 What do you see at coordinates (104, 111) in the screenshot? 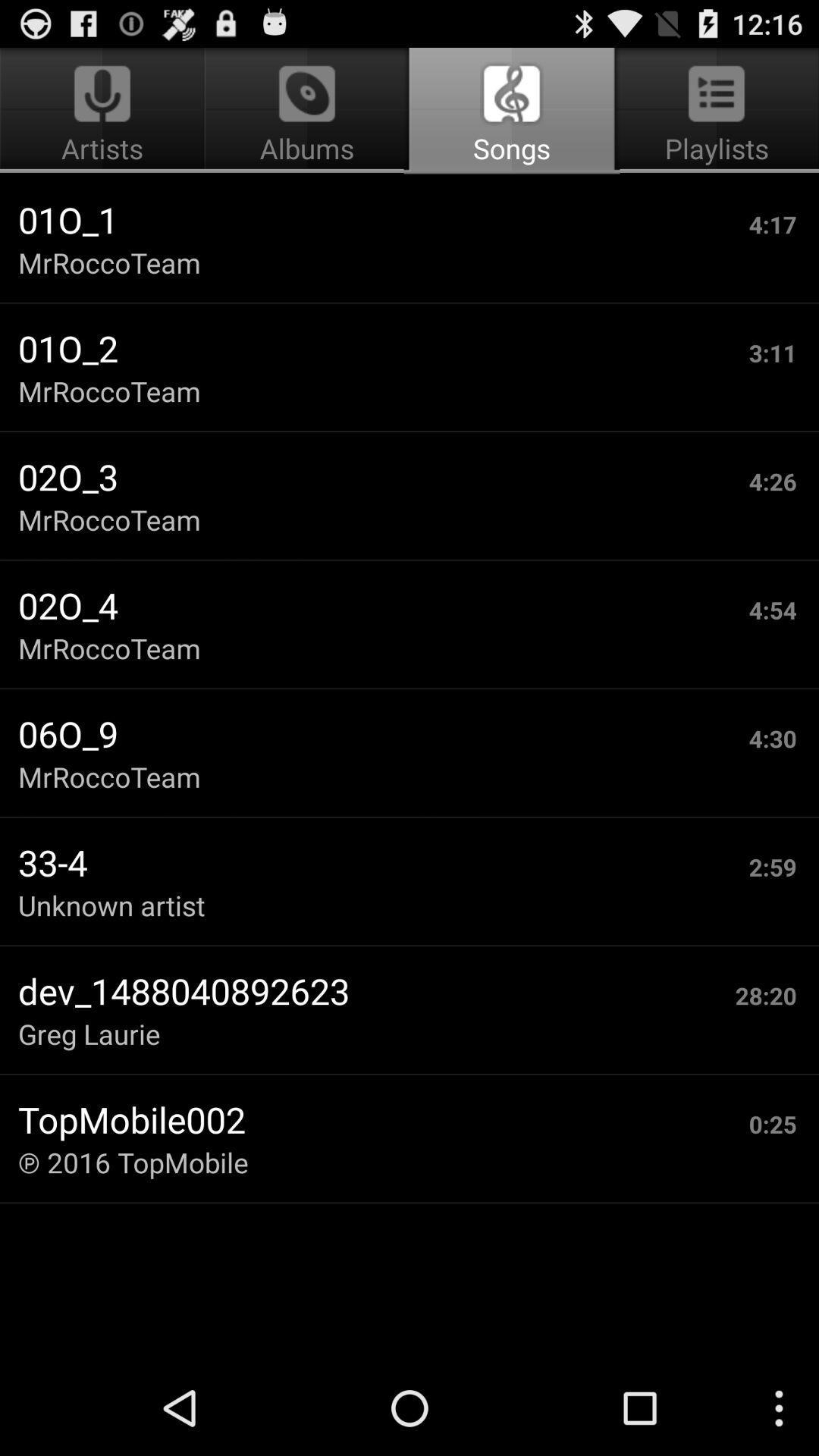
I see `the app next to songs app` at bounding box center [104, 111].